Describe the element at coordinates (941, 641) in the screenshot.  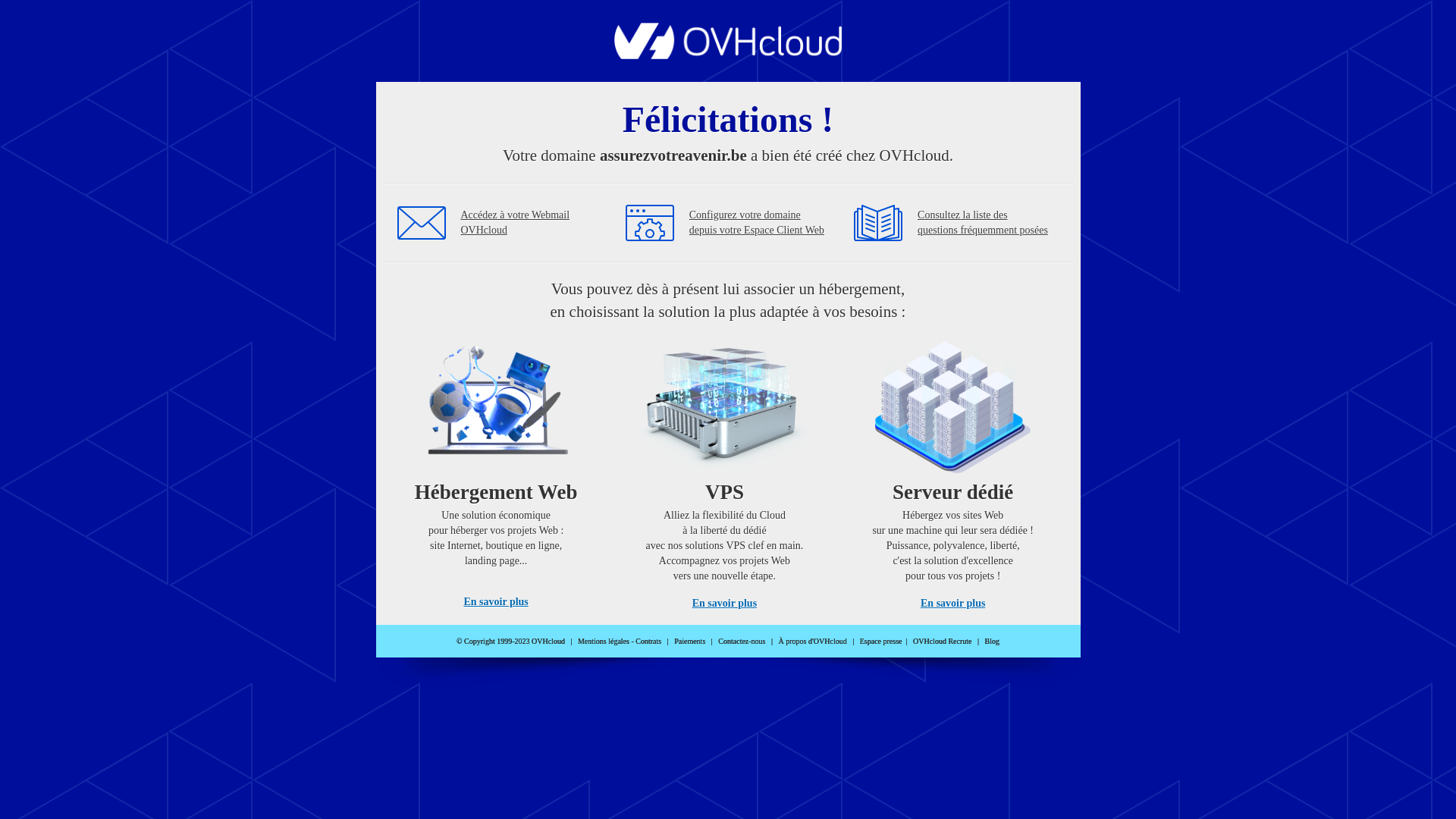
I see `'OVHcloud Recrute'` at that location.